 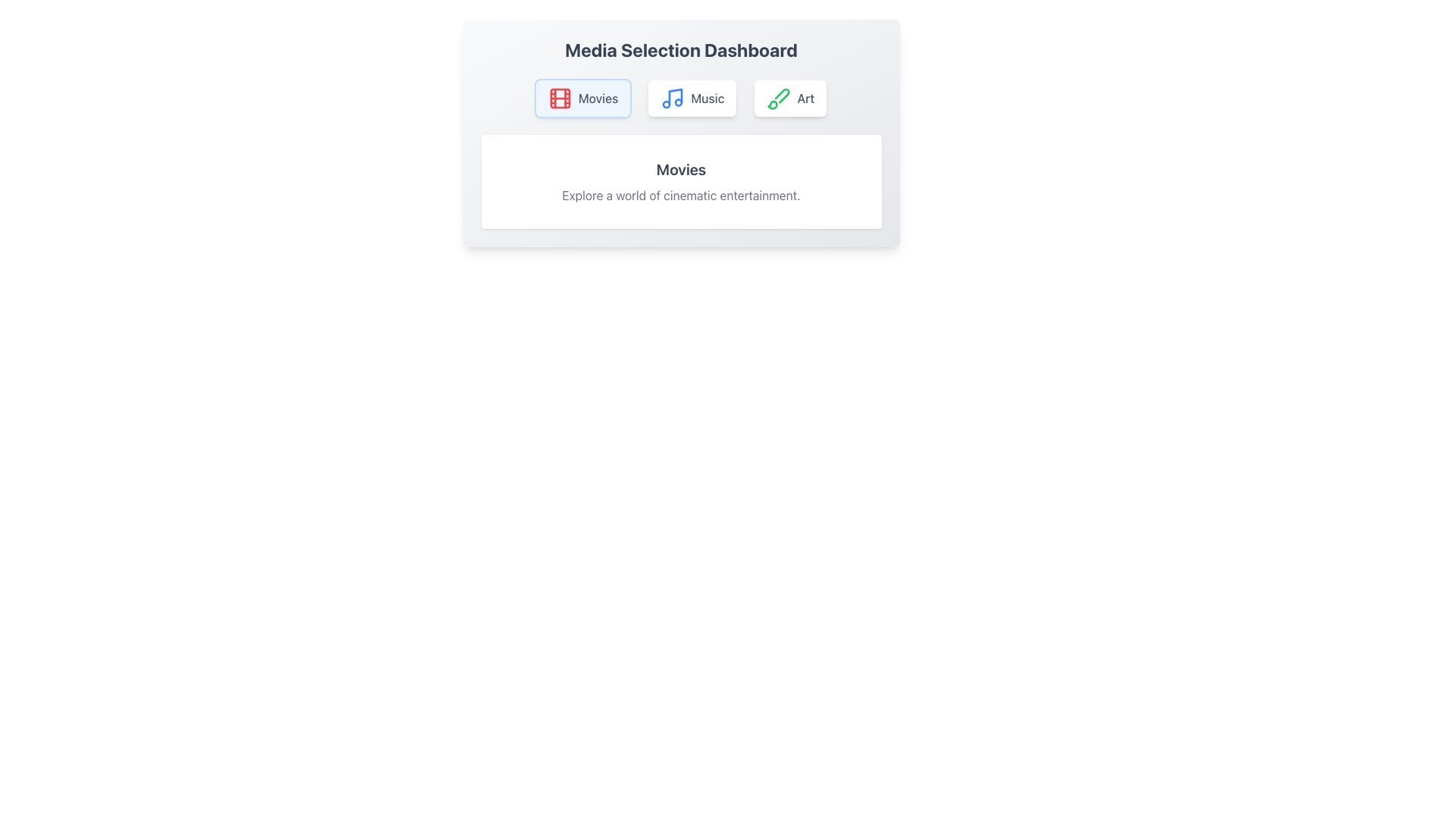 What do you see at coordinates (598, 99) in the screenshot?
I see `the 'Movies' text label, which is styled in medium gray color and located next to a red film strip icon in a media dashboard interface` at bounding box center [598, 99].